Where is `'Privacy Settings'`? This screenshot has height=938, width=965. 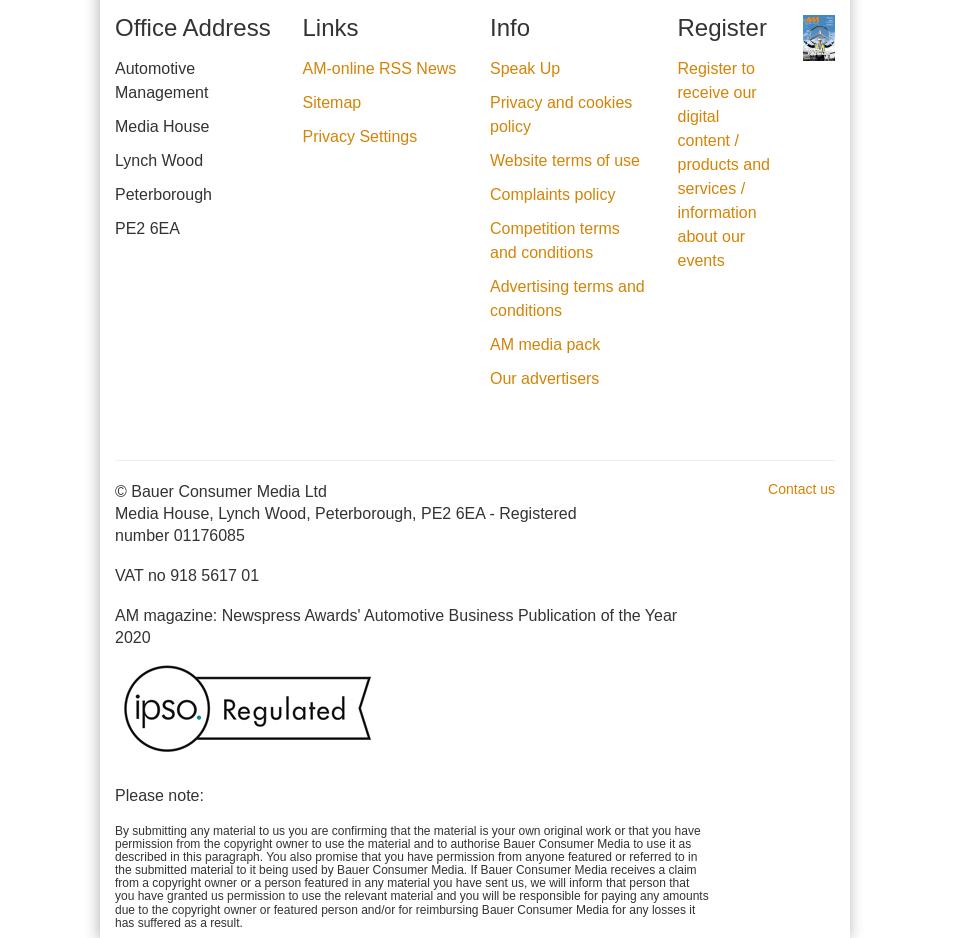
'Privacy Settings' is located at coordinates (359, 135).